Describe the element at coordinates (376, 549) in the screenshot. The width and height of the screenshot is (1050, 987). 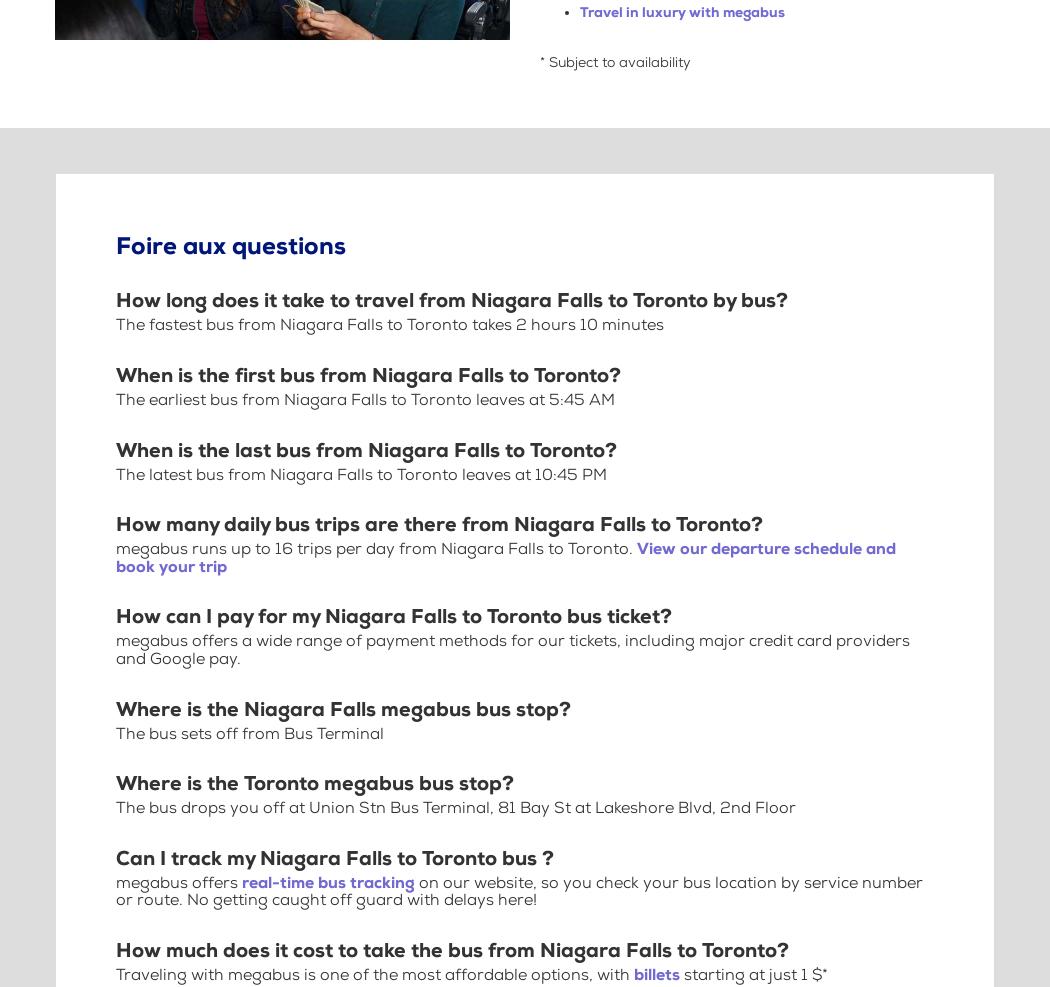
I see `'megabus runs up to 16 trips per day from Niagara Falls to Toronto.'` at that location.